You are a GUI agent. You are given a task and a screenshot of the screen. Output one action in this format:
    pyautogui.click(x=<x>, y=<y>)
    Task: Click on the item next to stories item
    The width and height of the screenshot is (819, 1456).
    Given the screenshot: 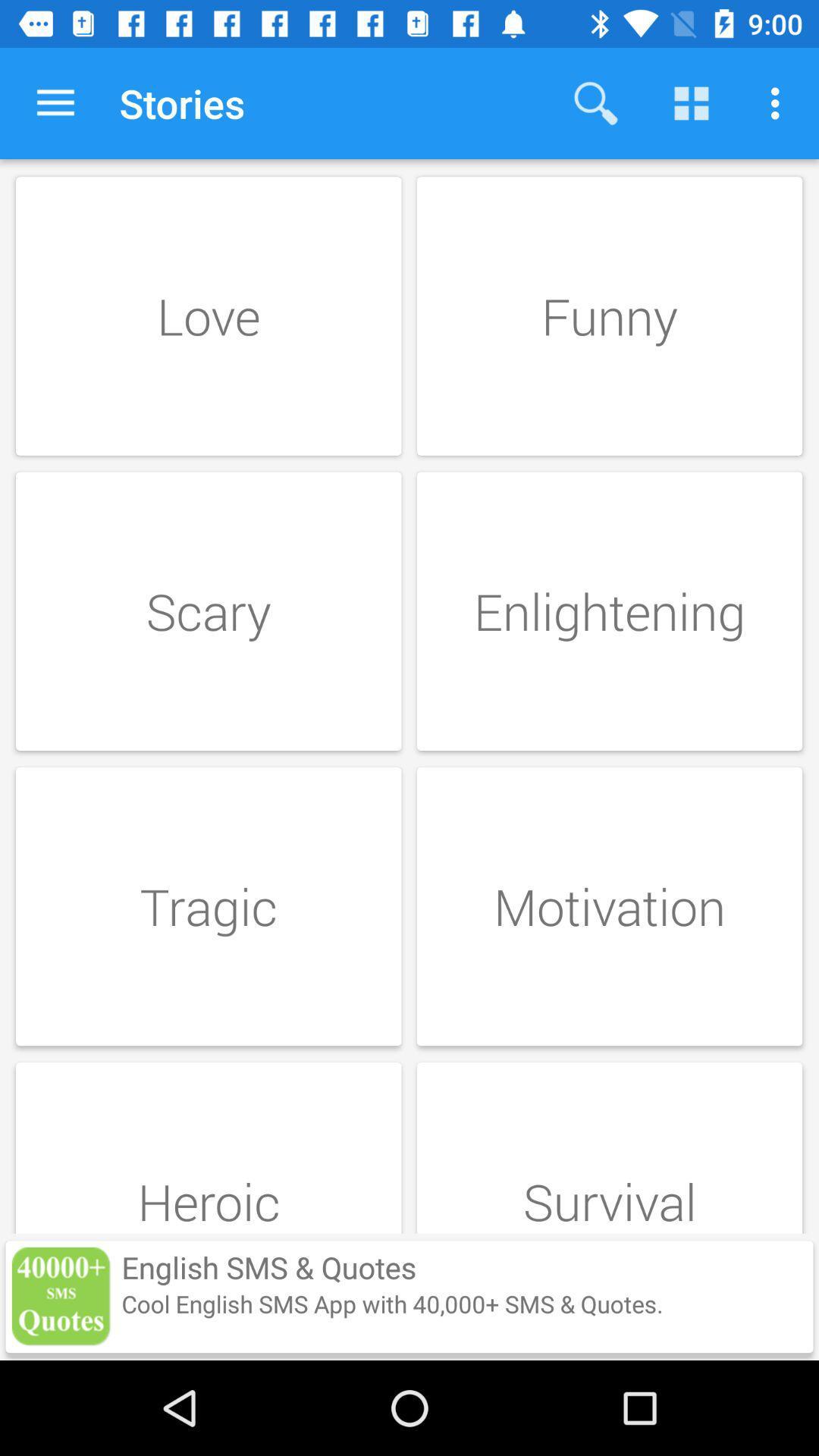 What is the action you would take?
    pyautogui.click(x=55, y=102)
    